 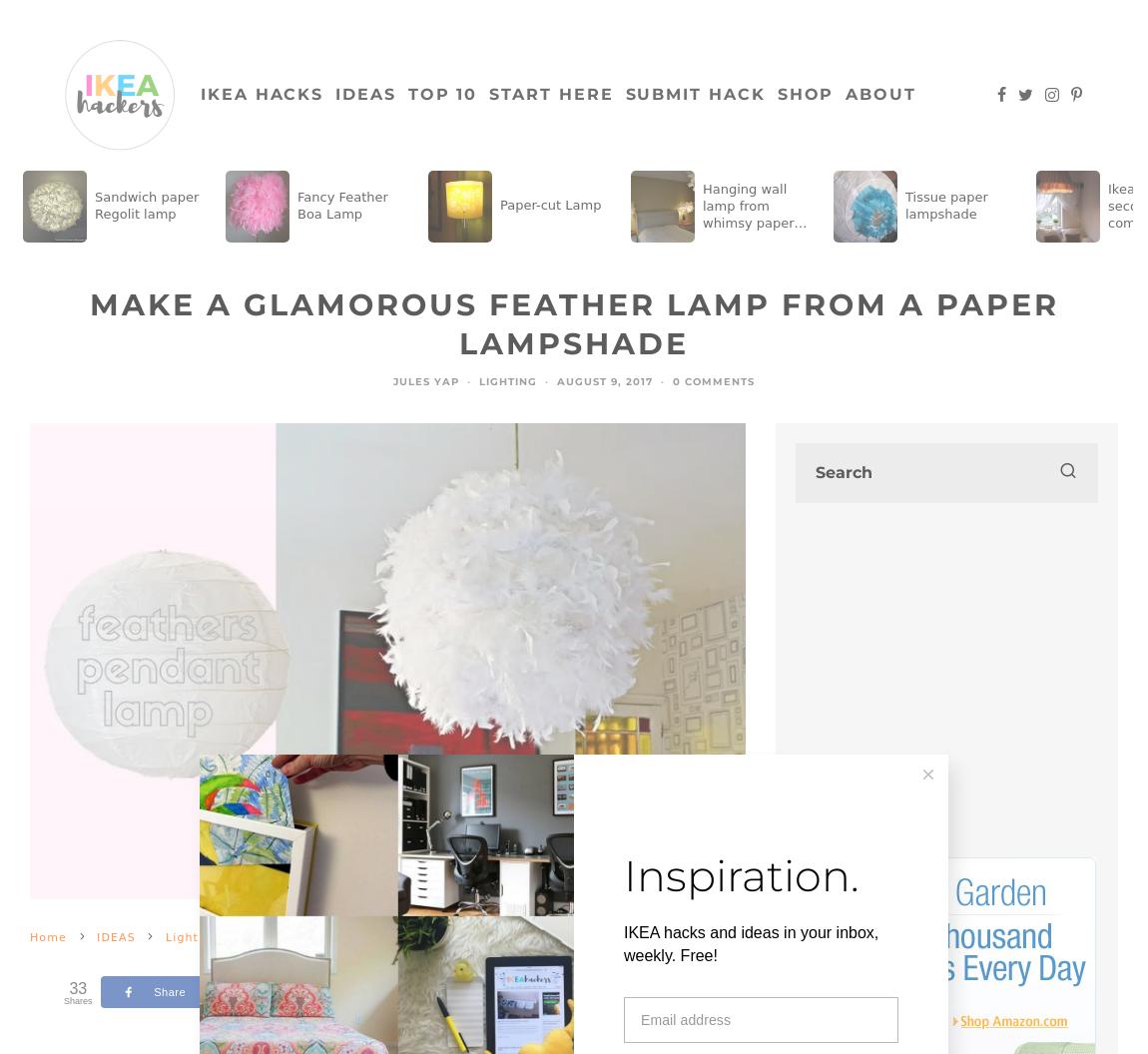 What do you see at coordinates (693, 93) in the screenshot?
I see `'Submit Hack'` at bounding box center [693, 93].